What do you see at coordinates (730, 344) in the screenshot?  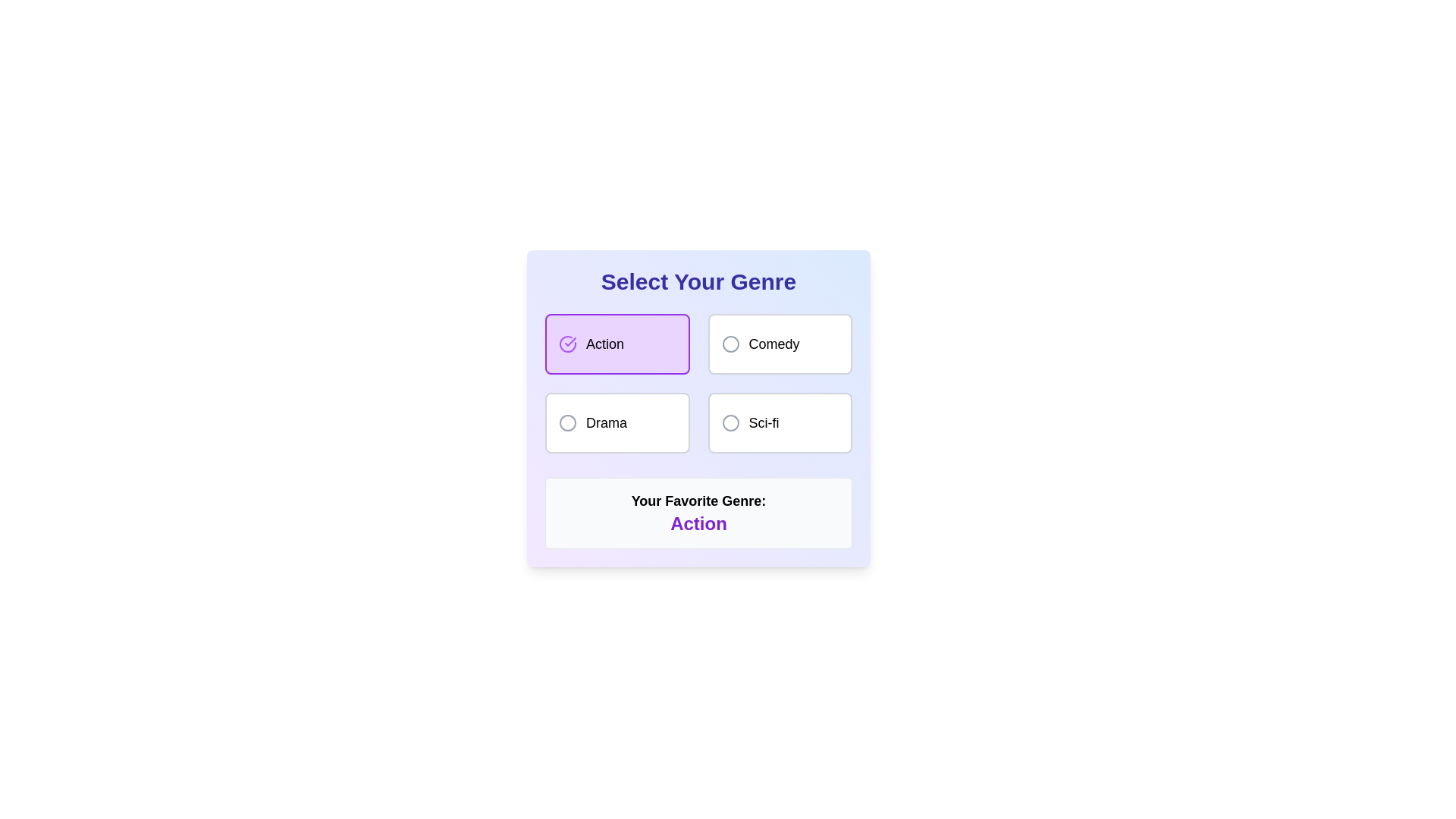 I see `the radio selection visual placeholder element for the 'Comedy' option in the genre selector` at bounding box center [730, 344].